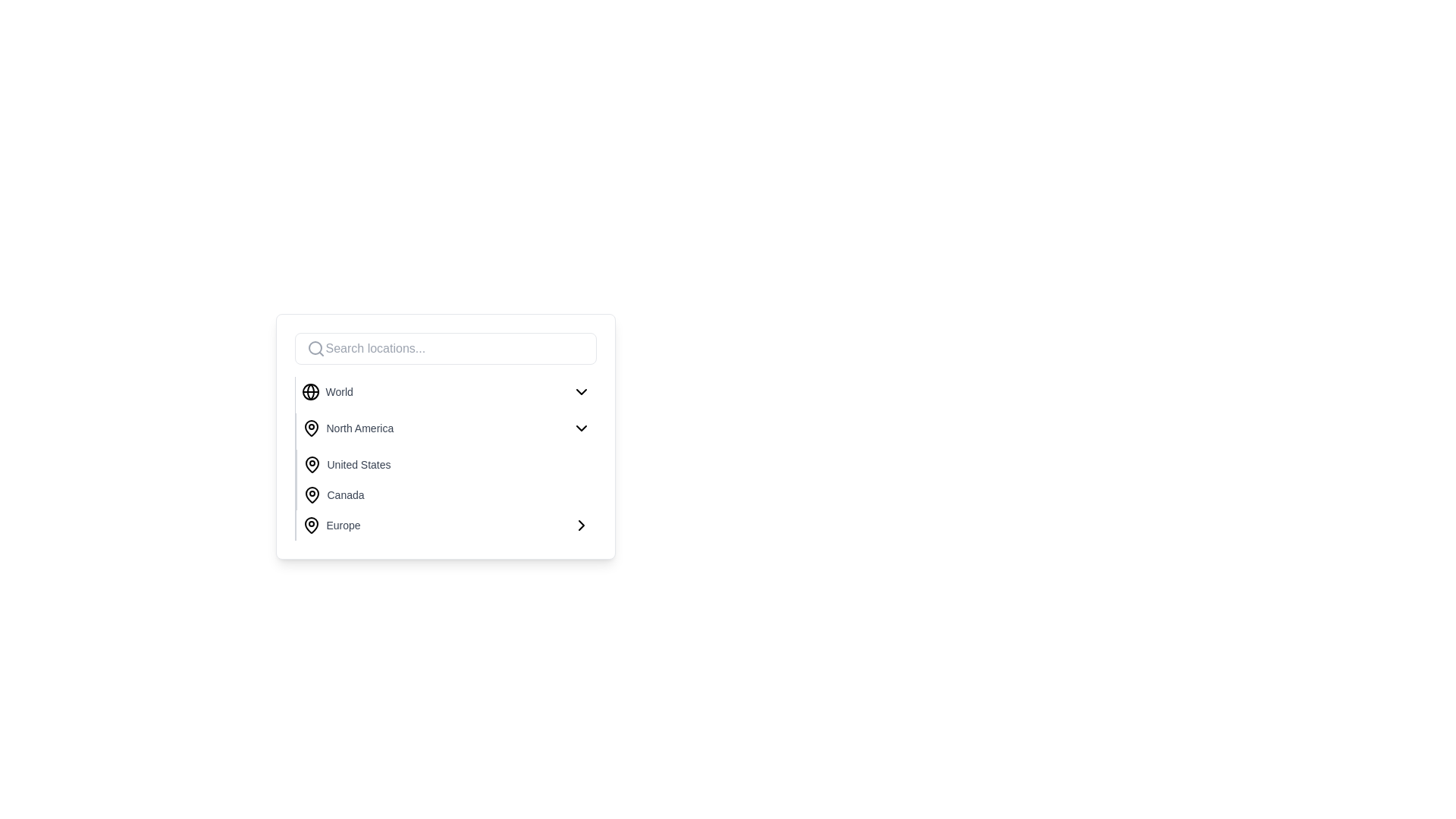  What do you see at coordinates (309, 391) in the screenshot?
I see `the globe icon with a black outline located to the left of the text 'World' in the dropdown menu, which represents global connectivity` at bounding box center [309, 391].